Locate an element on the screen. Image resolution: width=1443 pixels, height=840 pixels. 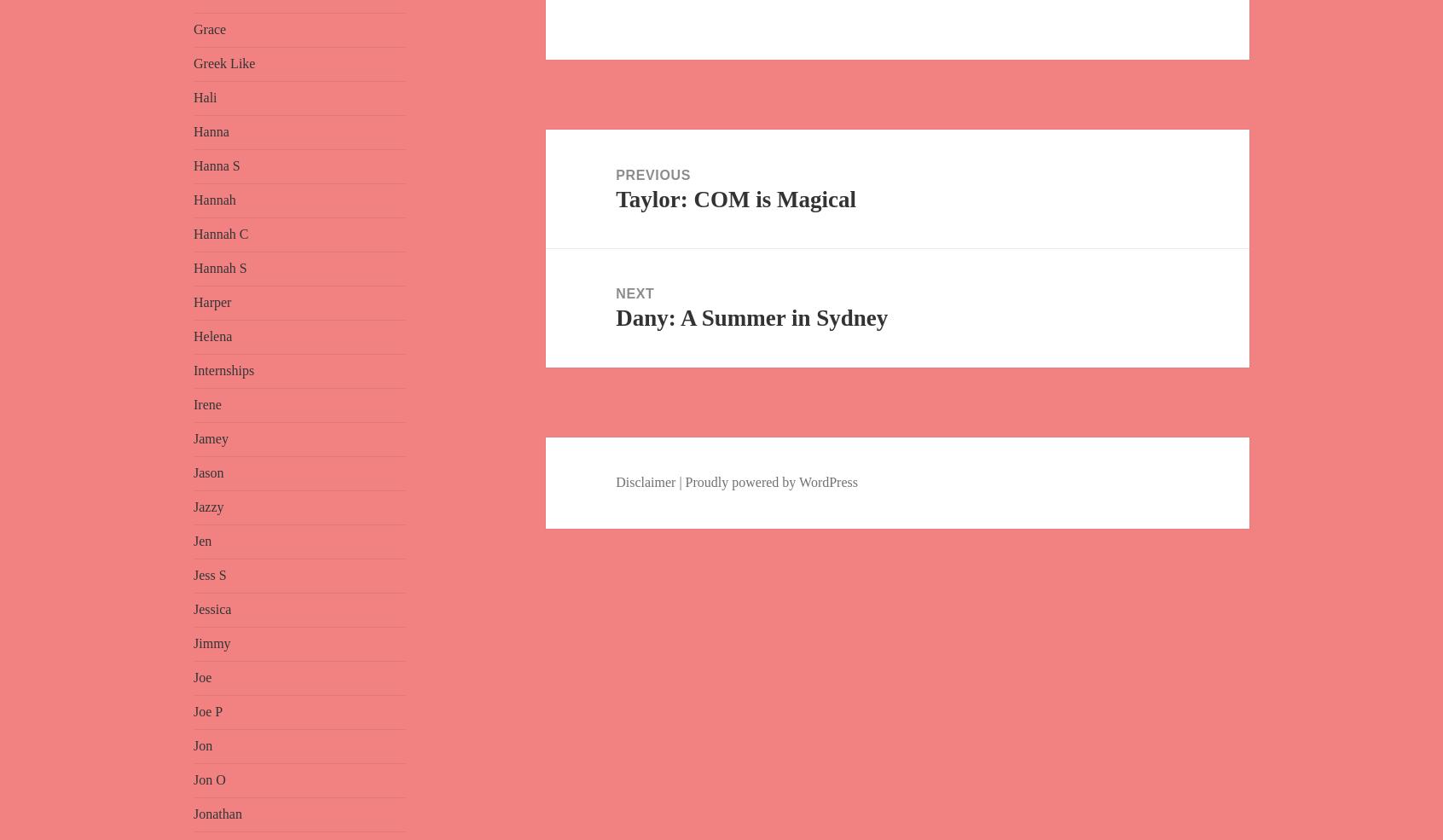
'Jess S' is located at coordinates (210, 574).